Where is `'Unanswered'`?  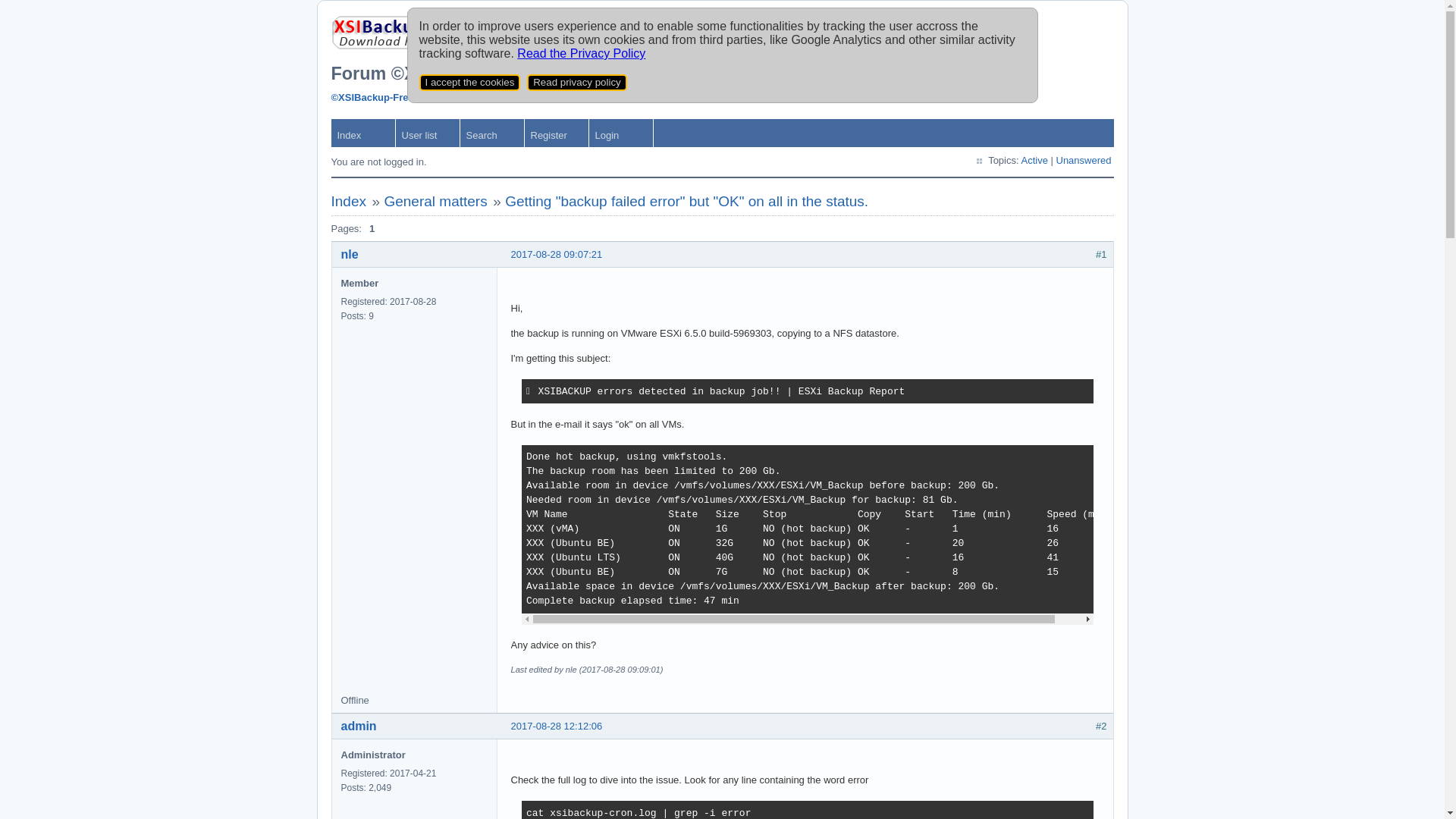
'Unanswered' is located at coordinates (1082, 160).